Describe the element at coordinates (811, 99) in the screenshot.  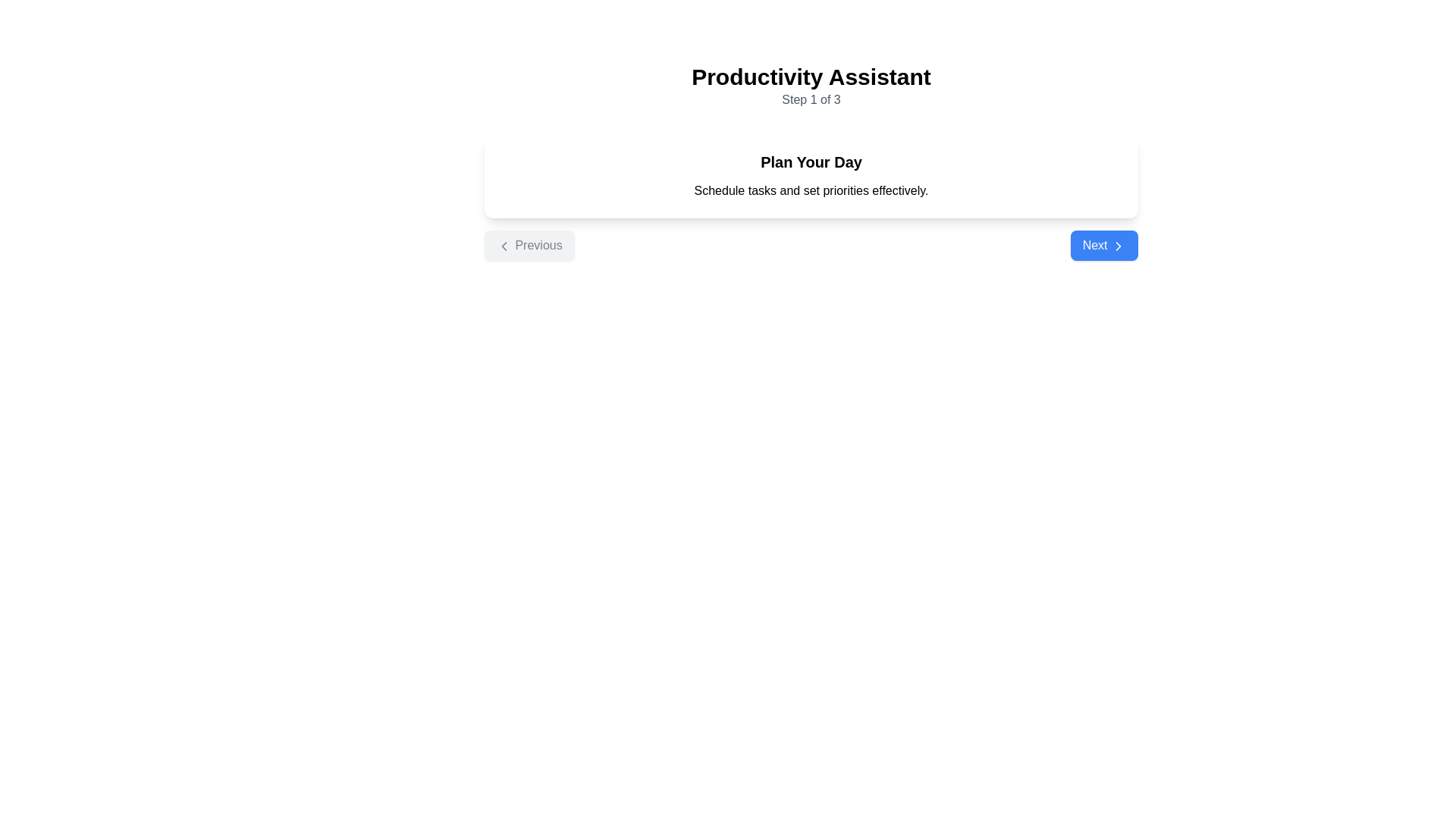
I see `the progress indicator text that provides information about the current step in the multi-step process, located below the 'Productivity Assistant' header` at that location.